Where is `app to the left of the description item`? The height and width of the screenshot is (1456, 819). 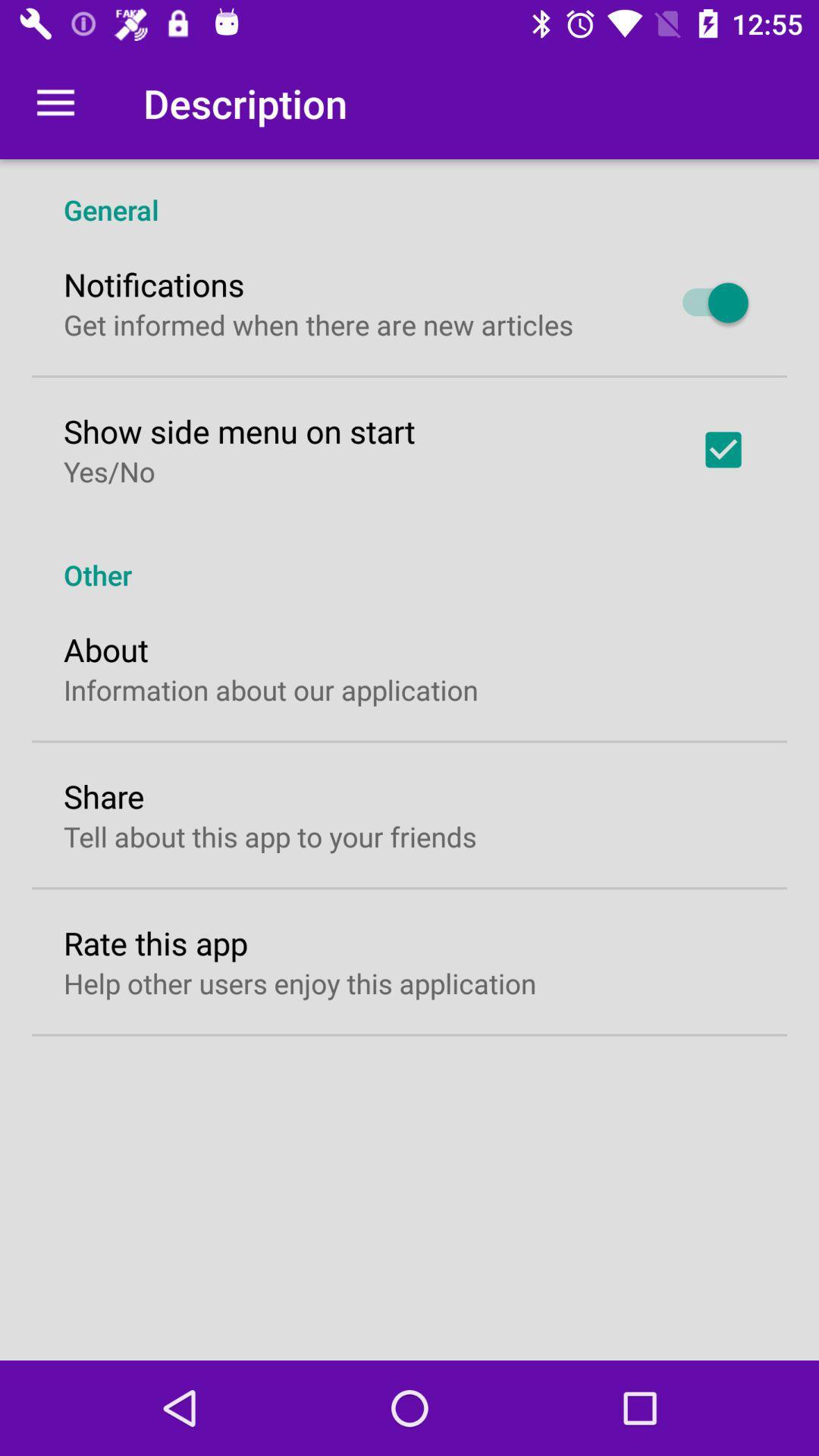 app to the left of the description item is located at coordinates (55, 102).